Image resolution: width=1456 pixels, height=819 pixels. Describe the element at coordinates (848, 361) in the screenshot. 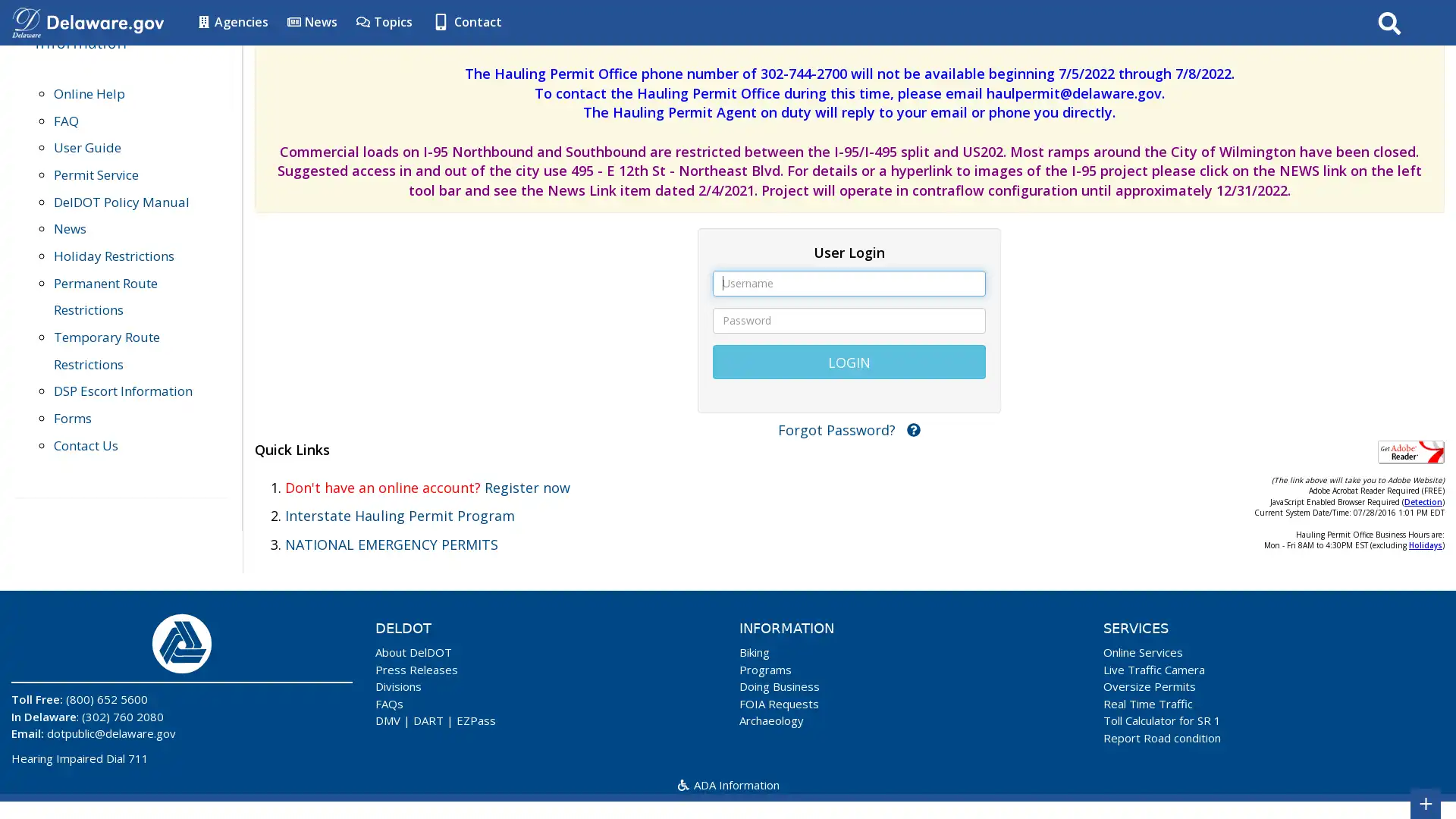

I see `Login` at that location.